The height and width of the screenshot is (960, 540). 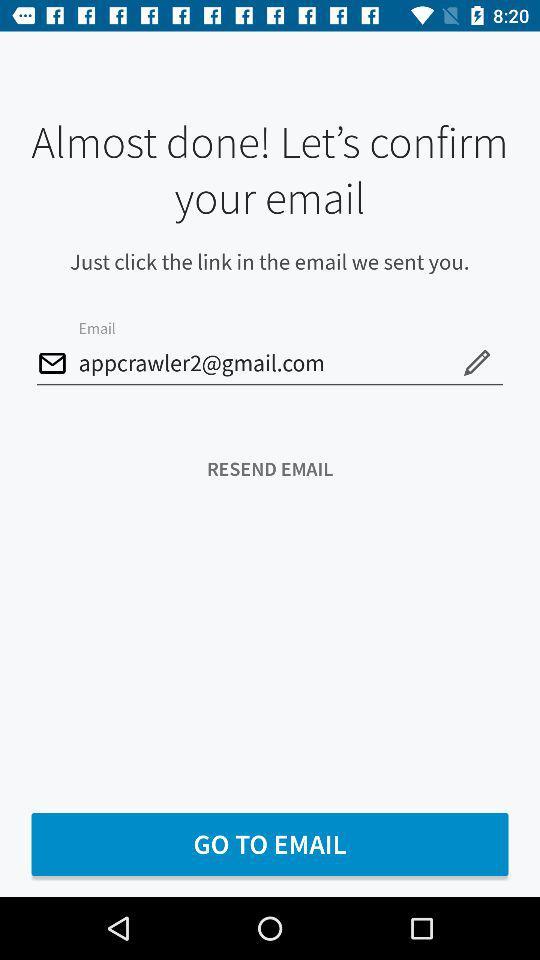 I want to click on icon above resend email, so click(x=475, y=361).